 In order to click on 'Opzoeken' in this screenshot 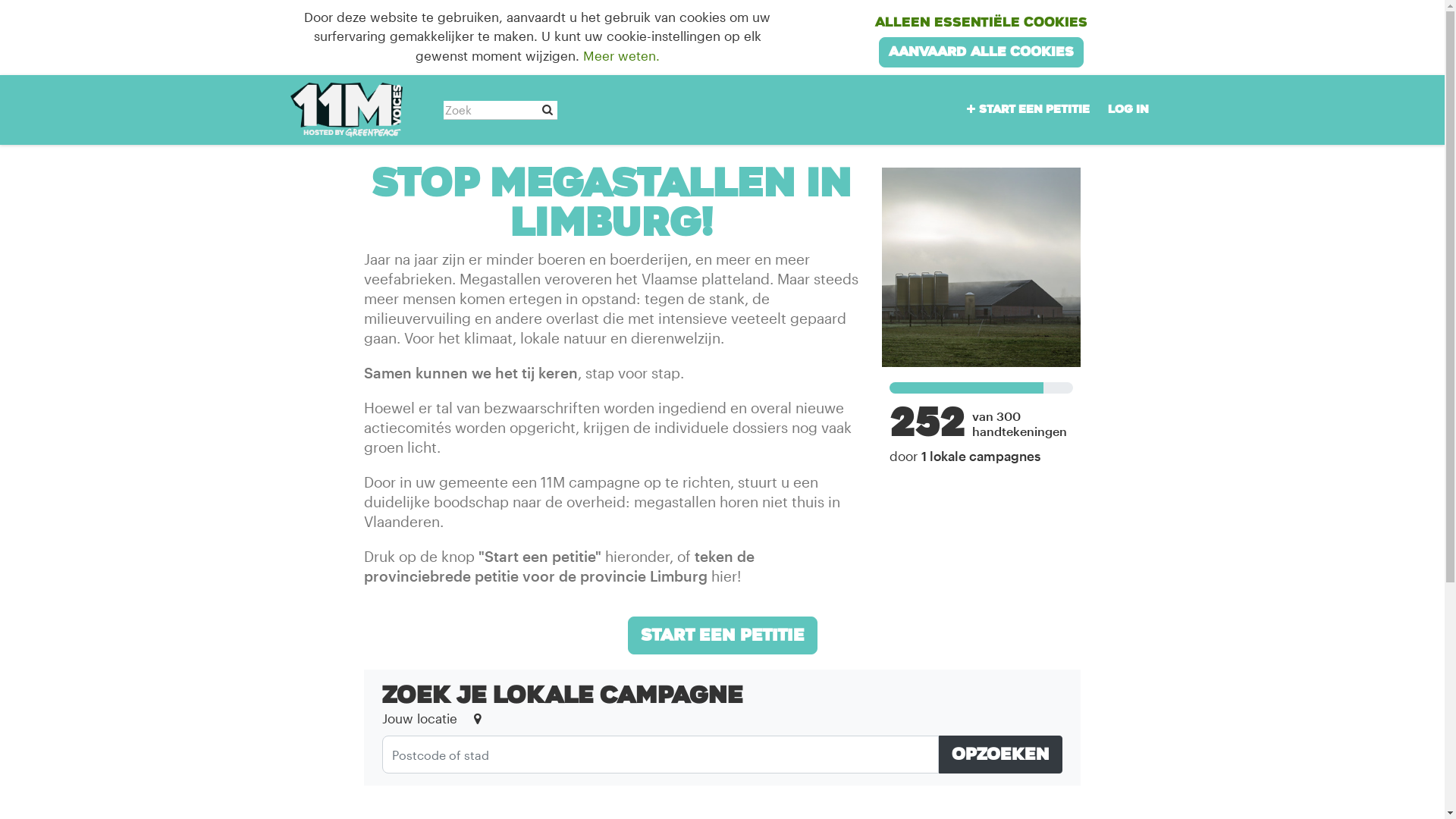, I will do `click(938, 755)`.